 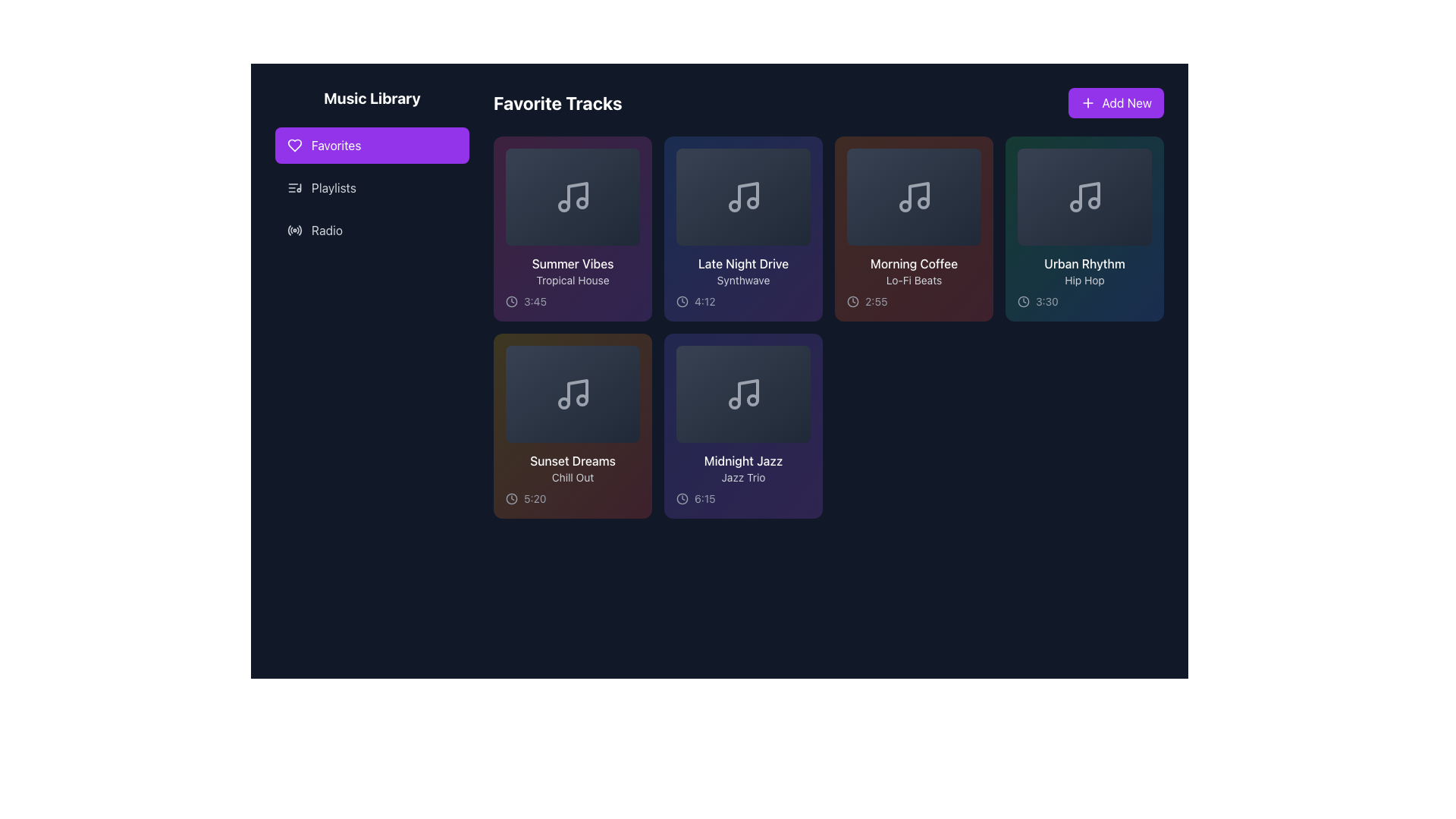 What do you see at coordinates (294, 187) in the screenshot?
I see `the music list icon in the navigation panel` at bounding box center [294, 187].